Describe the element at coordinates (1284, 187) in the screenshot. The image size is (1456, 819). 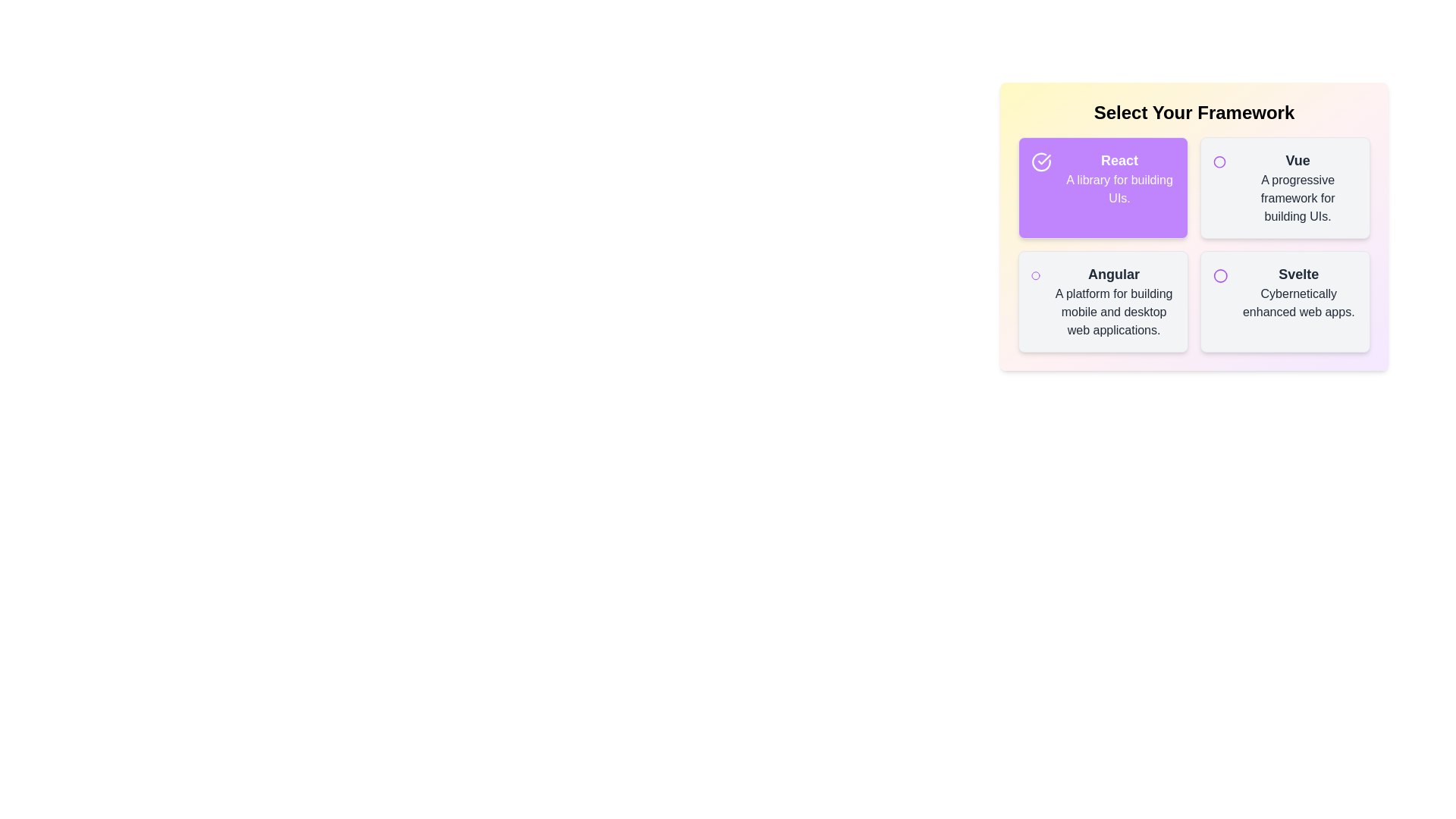
I see `the item labeled Vue to toggle its selection state` at that location.